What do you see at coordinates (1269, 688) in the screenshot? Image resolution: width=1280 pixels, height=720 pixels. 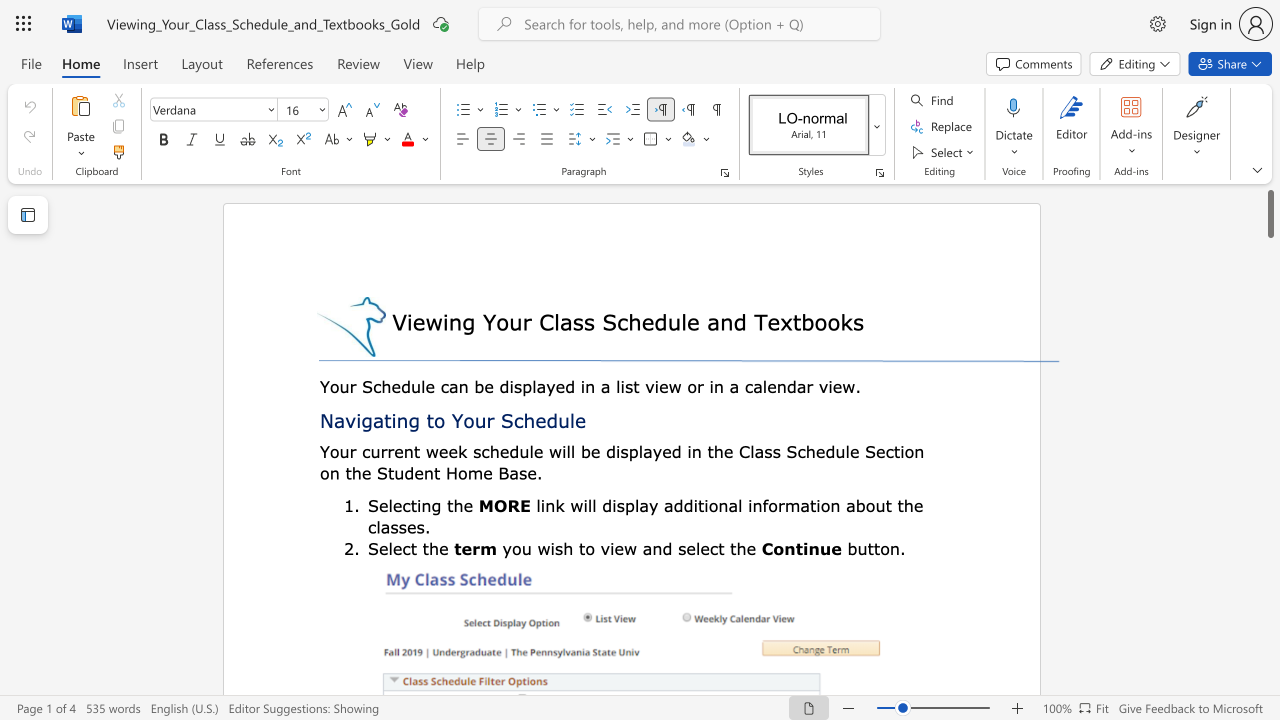 I see `the scrollbar to move the page downward` at bounding box center [1269, 688].